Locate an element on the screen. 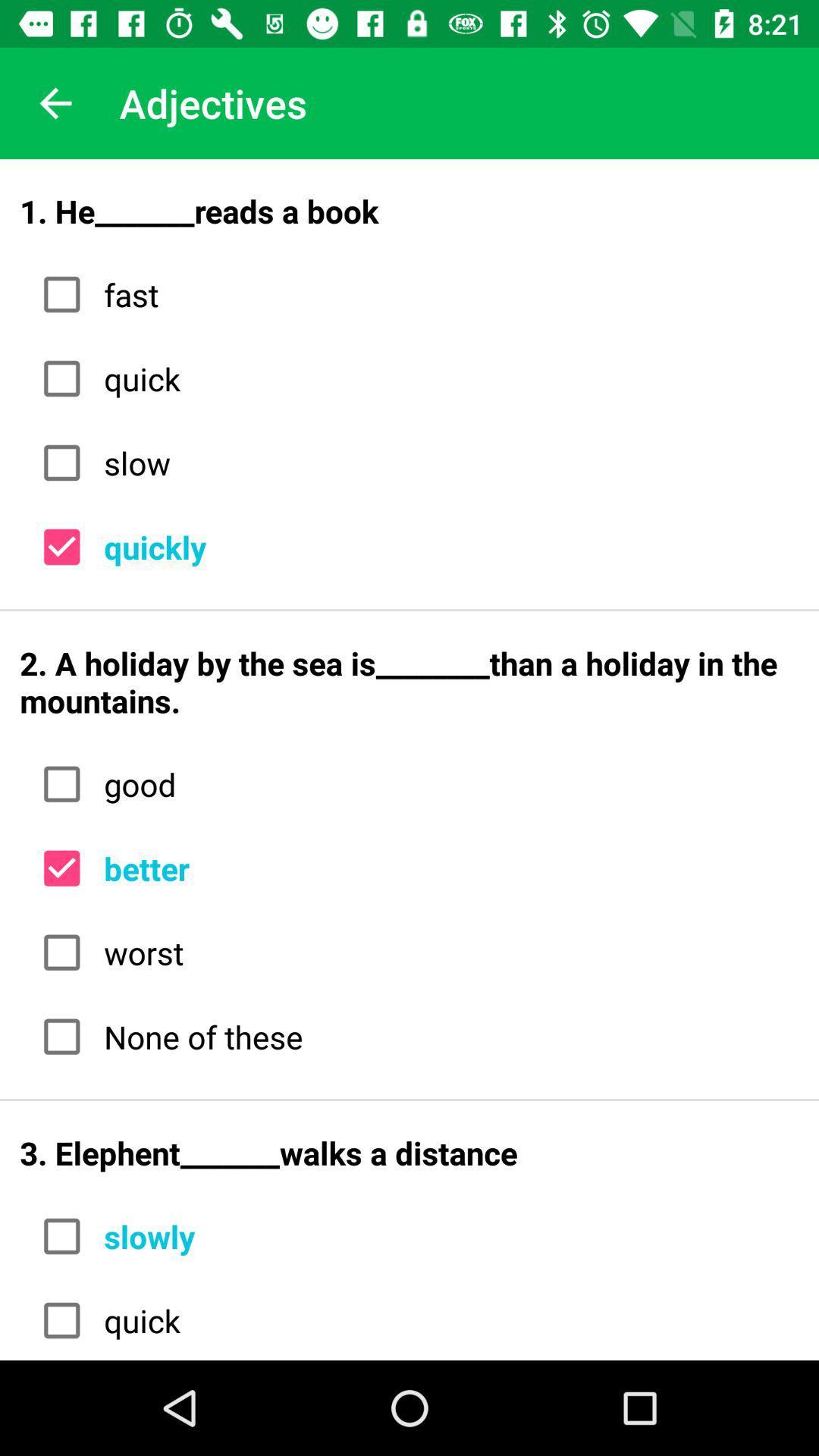 This screenshot has height=1456, width=819. the icon above the 1 he_______reads a is located at coordinates (55, 102).